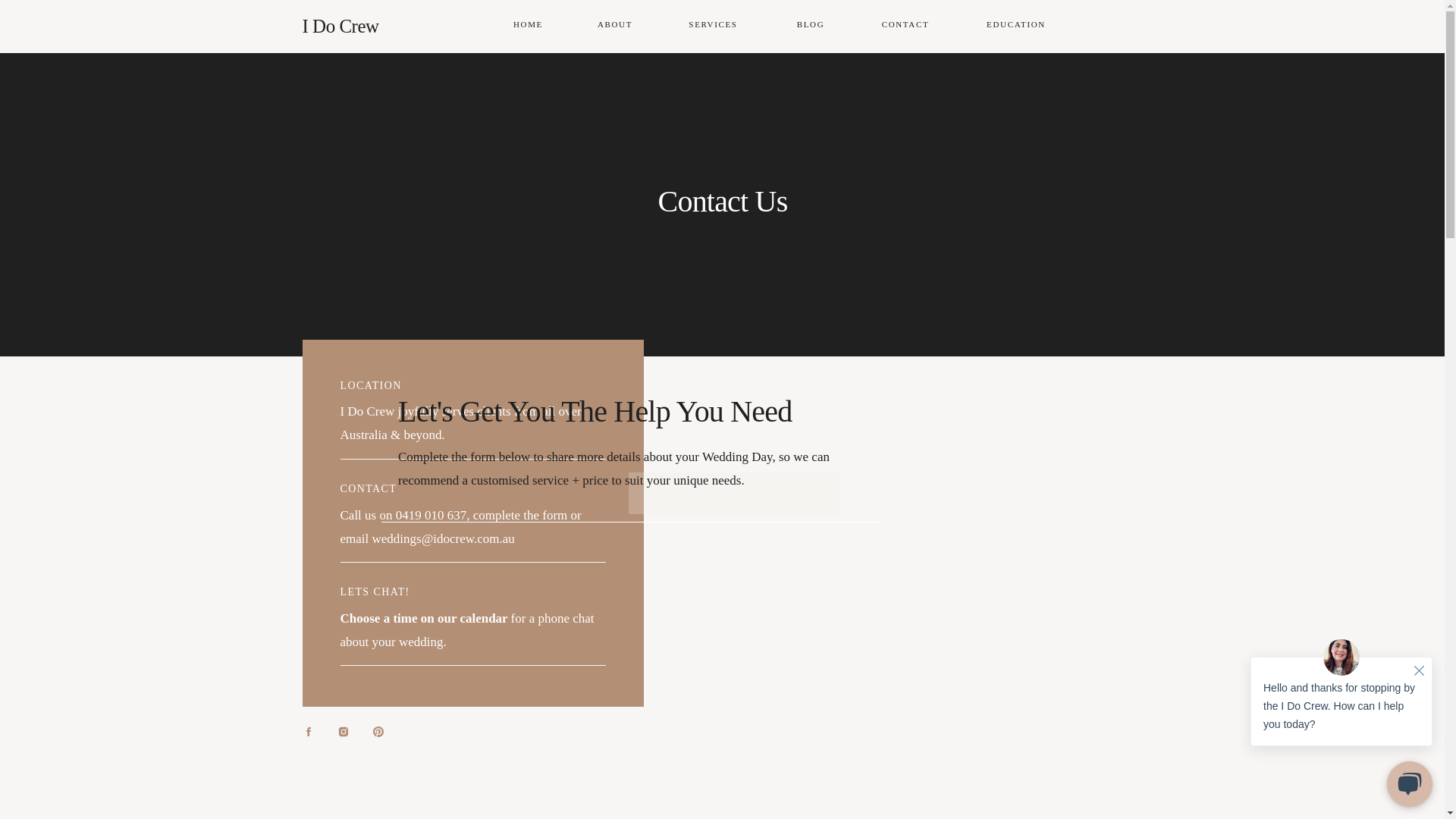  I want to click on 'I Do Crew', so click(376, 27).